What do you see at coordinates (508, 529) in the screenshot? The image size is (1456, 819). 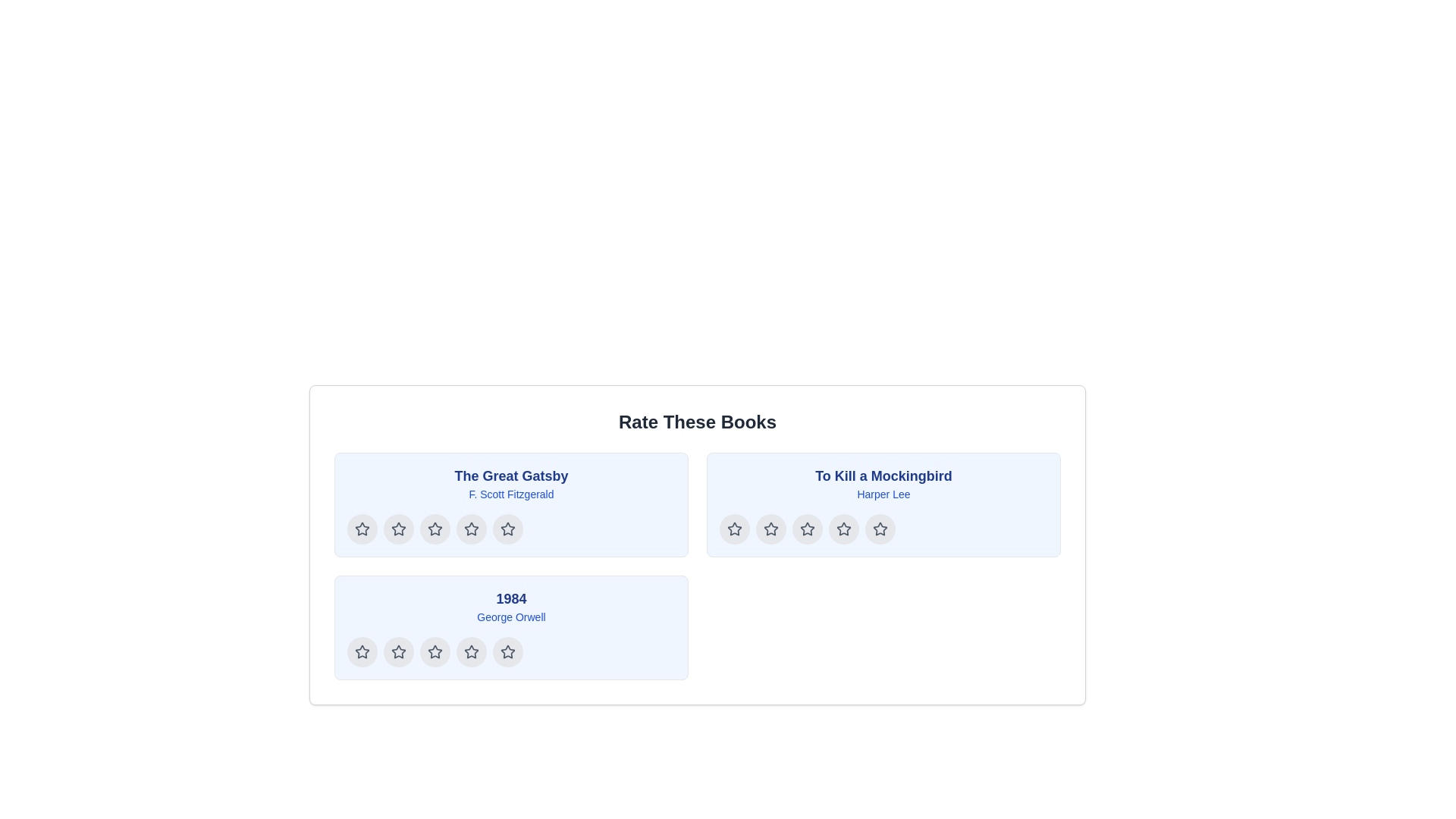 I see `the fifth rating star button, which has a circular shape with a soft gray background and a centered outlined star icon` at bounding box center [508, 529].